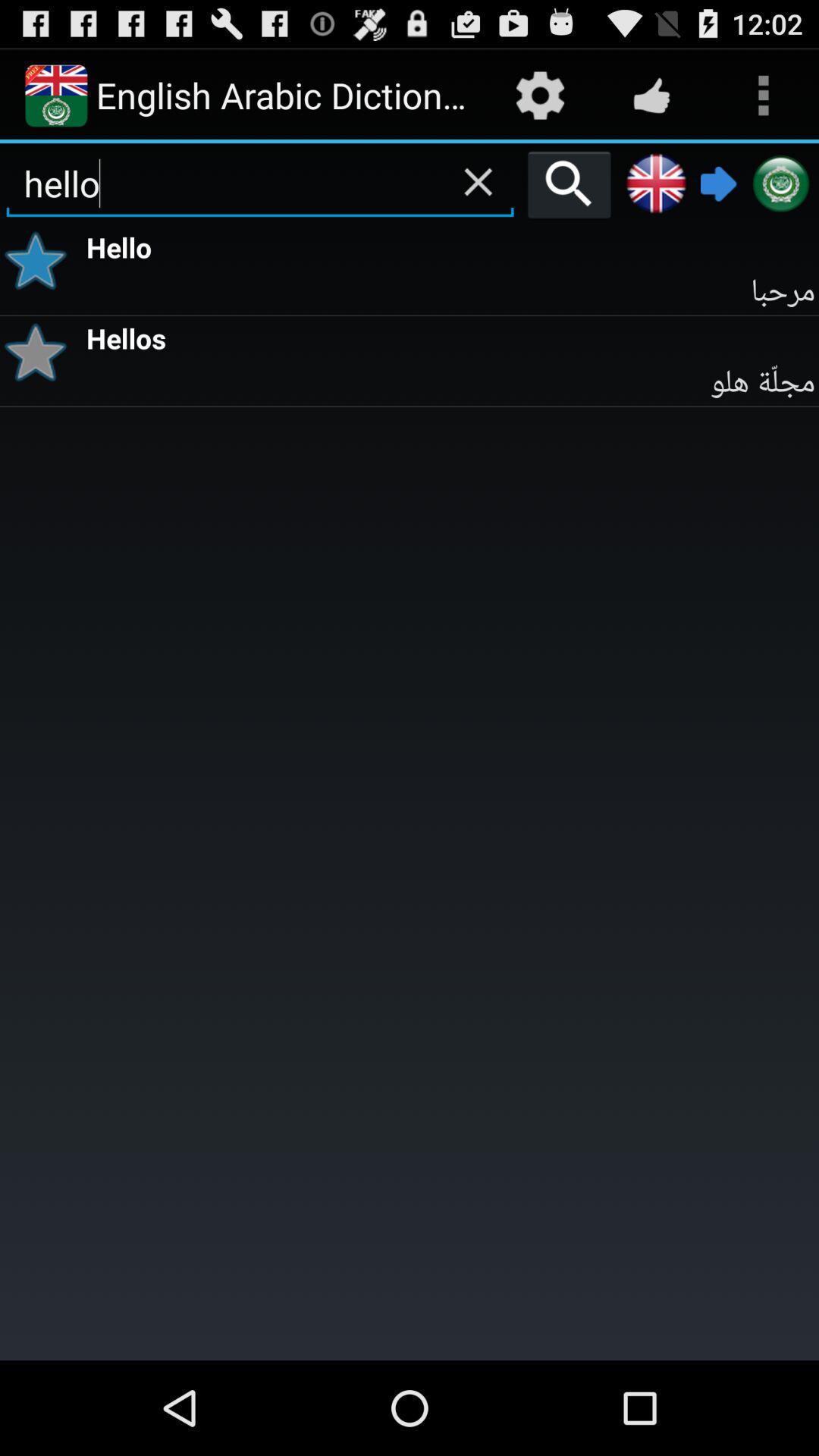 This screenshot has height=1456, width=819. Describe the element at coordinates (569, 184) in the screenshot. I see `execute search` at that location.